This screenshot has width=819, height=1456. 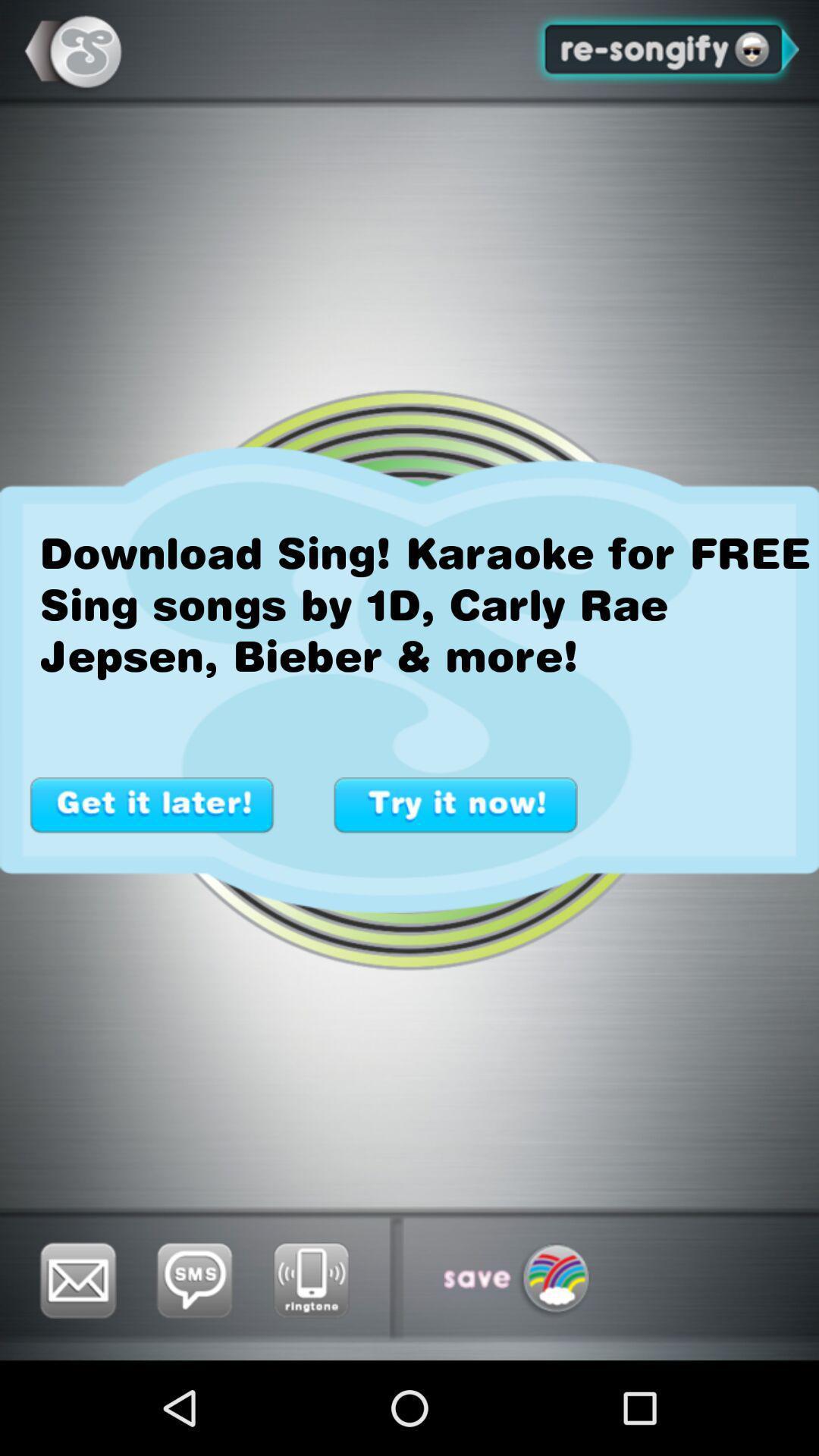 What do you see at coordinates (455, 804) in the screenshot?
I see `try it button` at bounding box center [455, 804].